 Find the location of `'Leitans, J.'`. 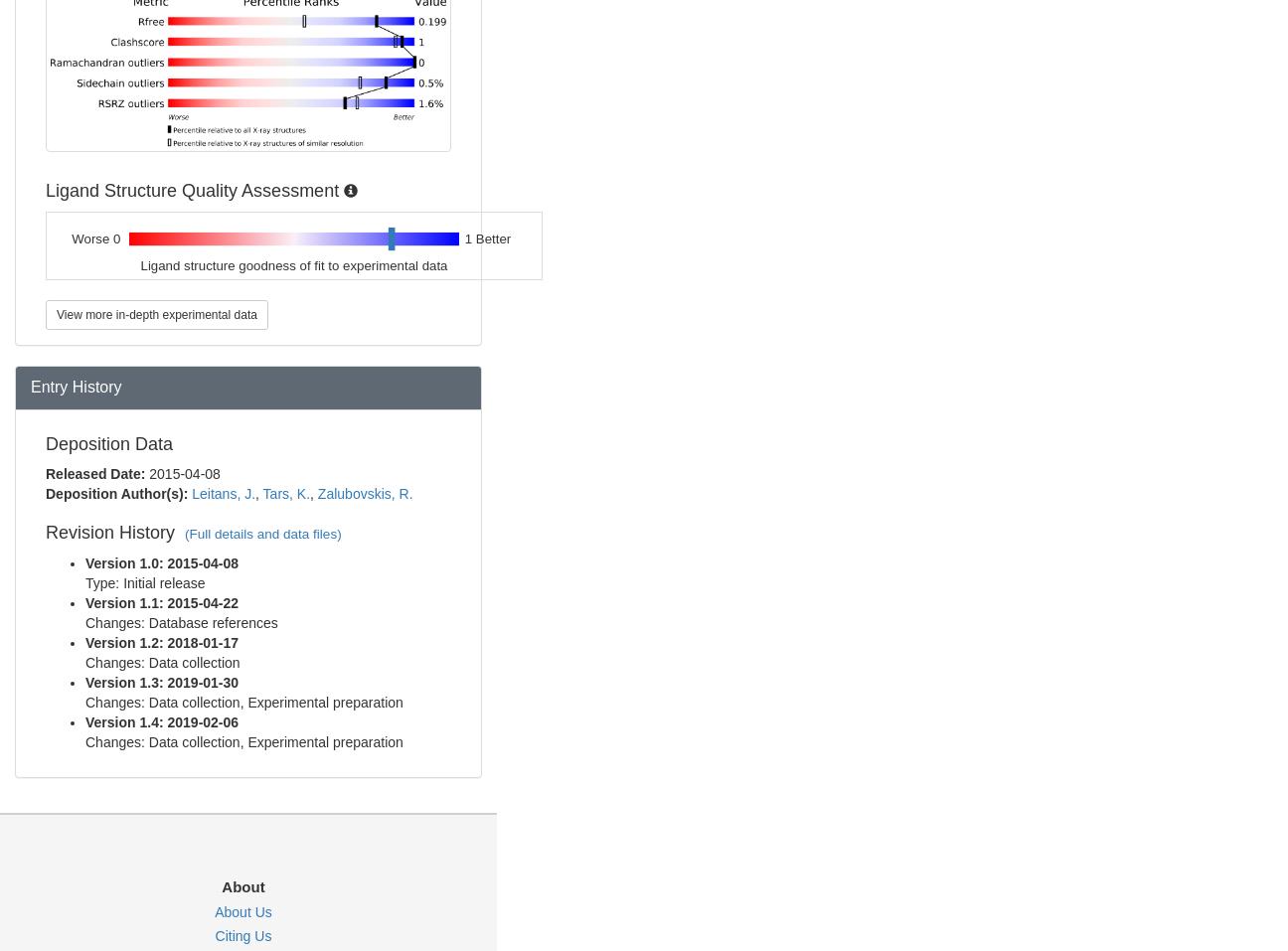

'Leitans, J.' is located at coordinates (222, 493).